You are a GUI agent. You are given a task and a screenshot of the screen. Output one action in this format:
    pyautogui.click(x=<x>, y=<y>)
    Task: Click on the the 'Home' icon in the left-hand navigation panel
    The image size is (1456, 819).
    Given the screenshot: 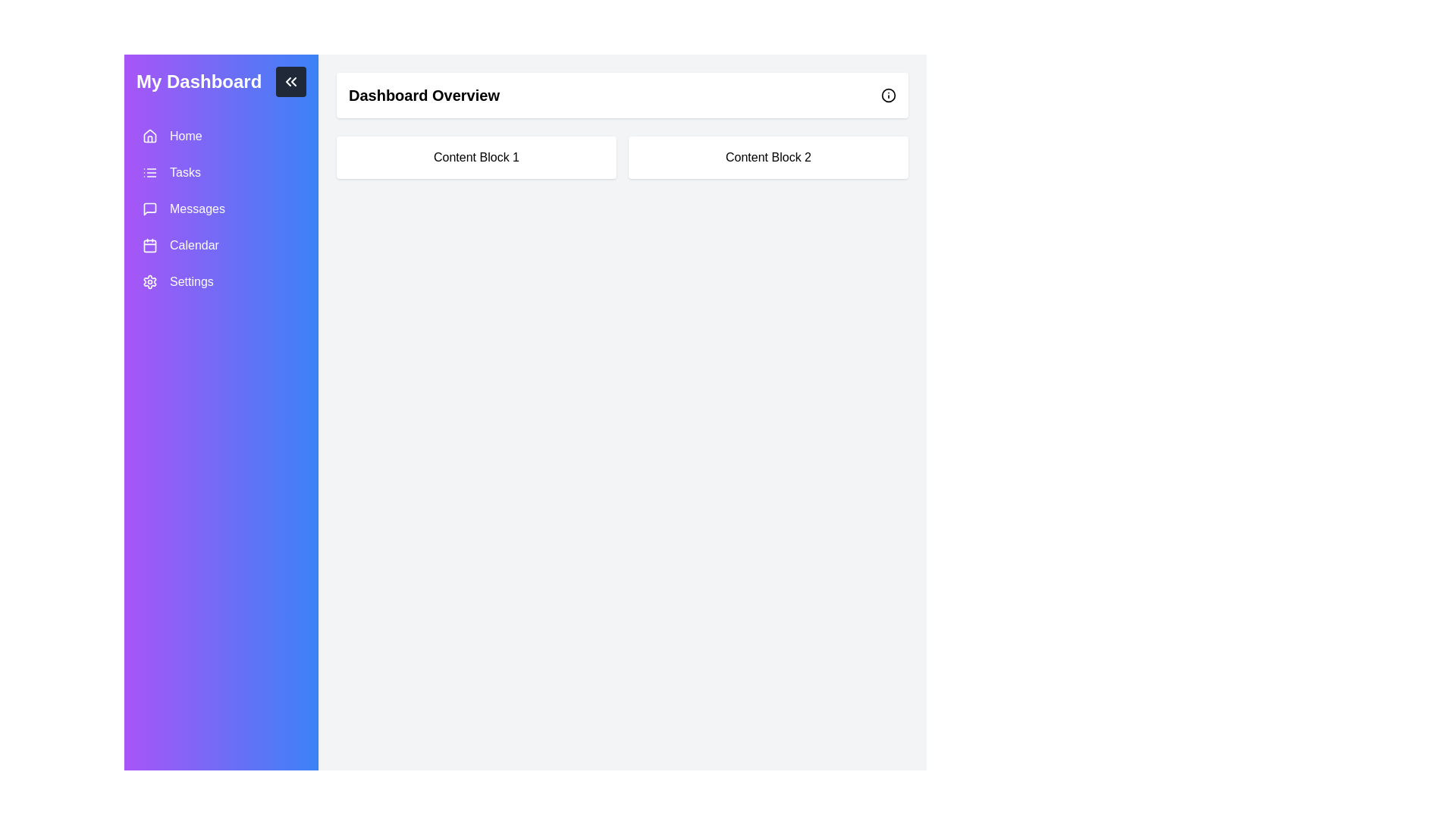 What is the action you would take?
    pyautogui.click(x=149, y=134)
    